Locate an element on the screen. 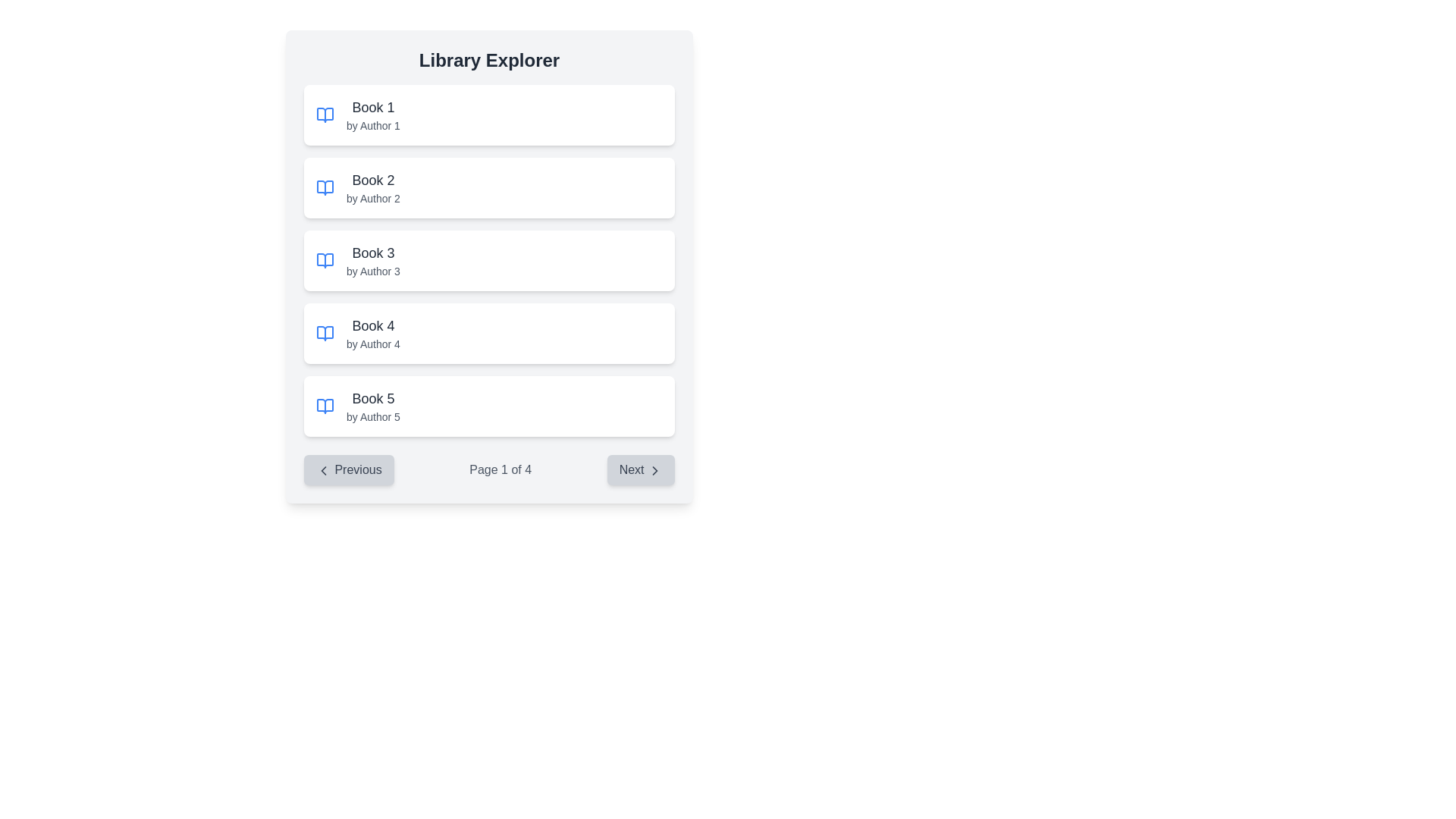  the blue book icon of 'Book 3' is located at coordinates (324, 259).